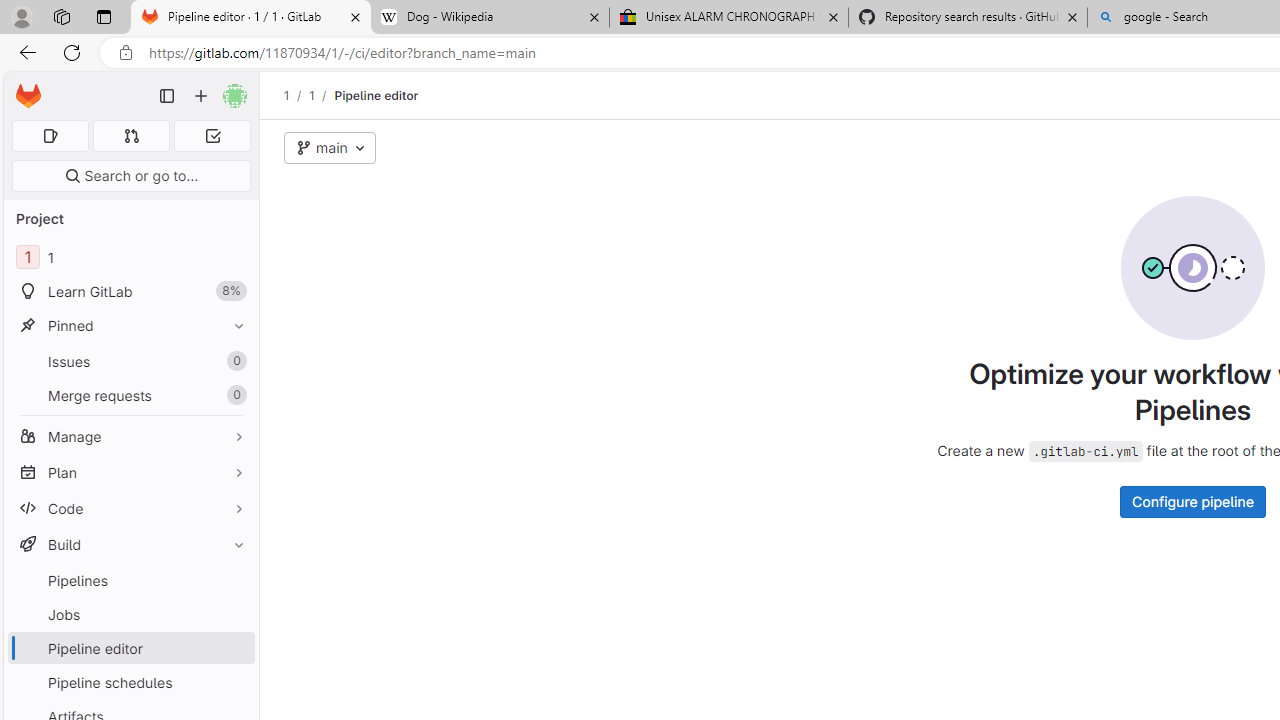 This screenshot has height=720, width=1280. What do you see at coordinates (234, 613) in the screenshot?
I see `'Pin Jobs'` at bounding box center [234, 613].